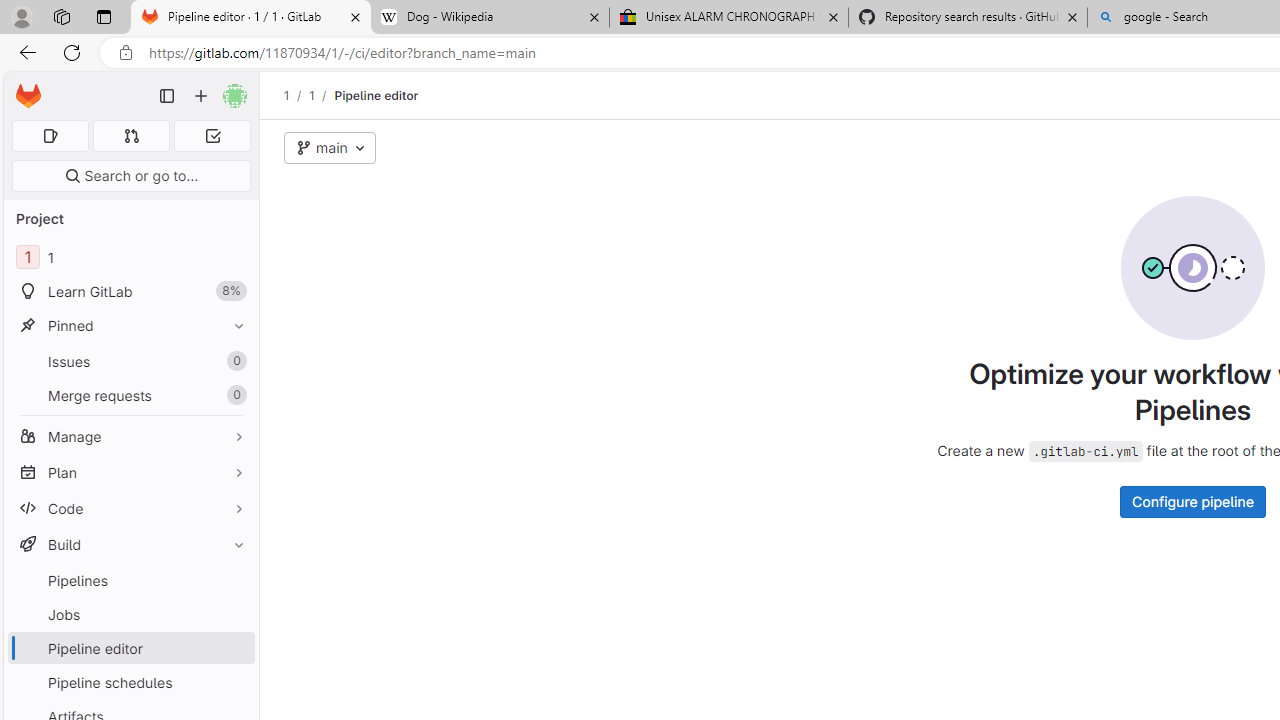 This screenshot has height=720, width=1280. What do you see at coordinates (234, 613) in the screenshot?
I see `'Pin Jobs'` at bounding box center [234, 613].